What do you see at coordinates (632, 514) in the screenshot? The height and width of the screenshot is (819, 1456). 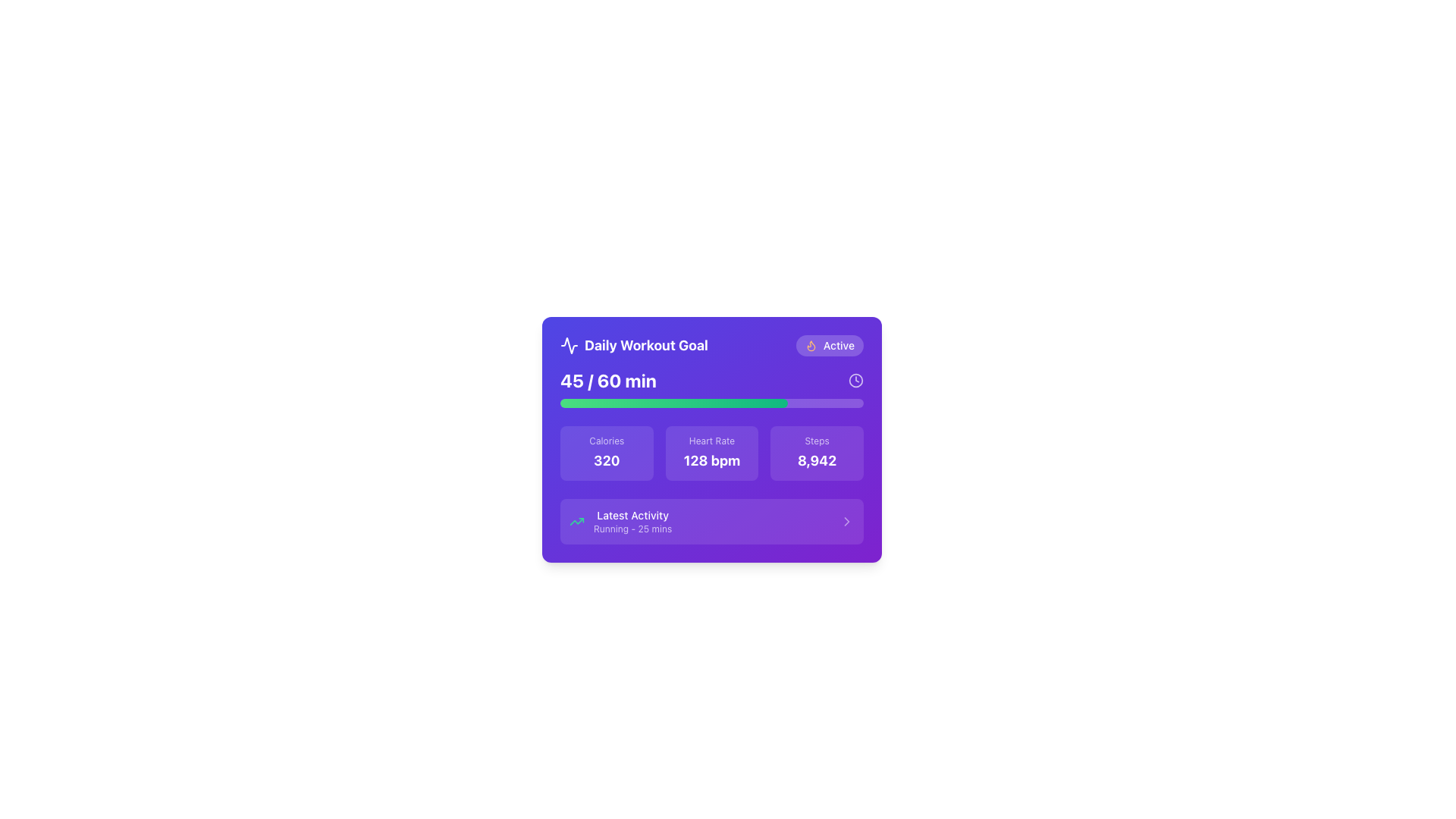 I see `the text label that serves as a title header for the user's latest recorded activity, located above 'Running - 25 mins' on a purple background` at bounding box center [632, 514].